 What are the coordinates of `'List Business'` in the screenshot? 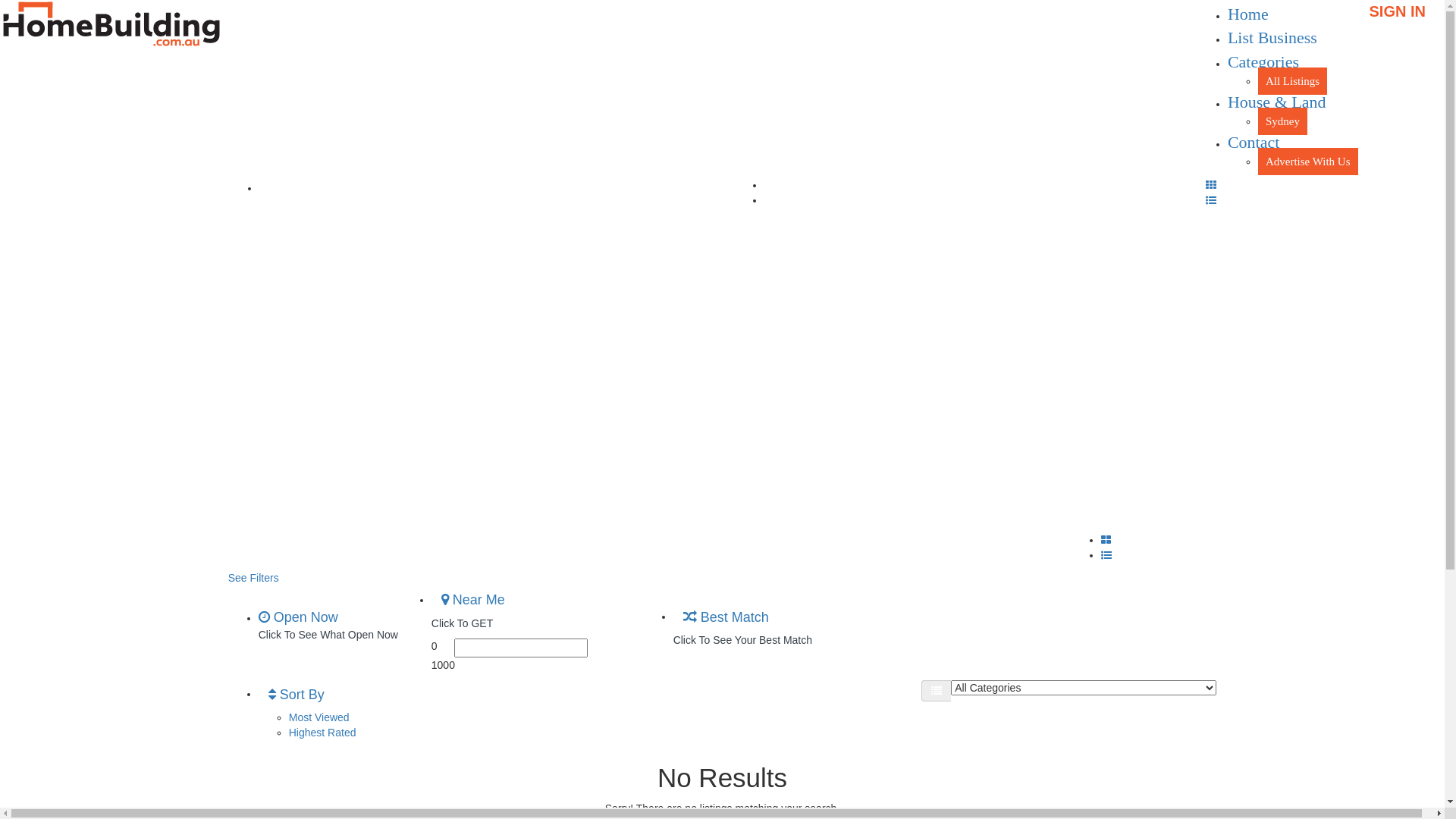 It's located at (1272, 36).